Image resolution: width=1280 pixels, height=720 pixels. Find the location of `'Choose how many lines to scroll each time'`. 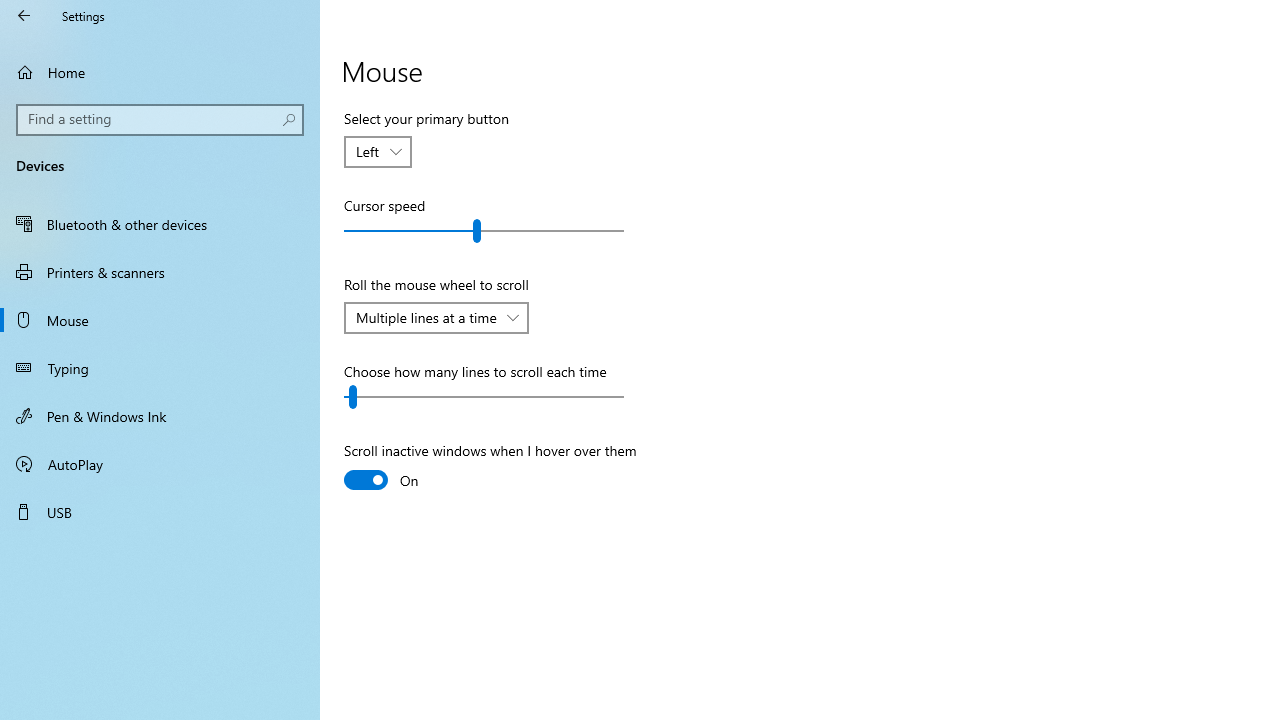

'Choose how many lines to scroll each time' is located at coordinates (484, 397).